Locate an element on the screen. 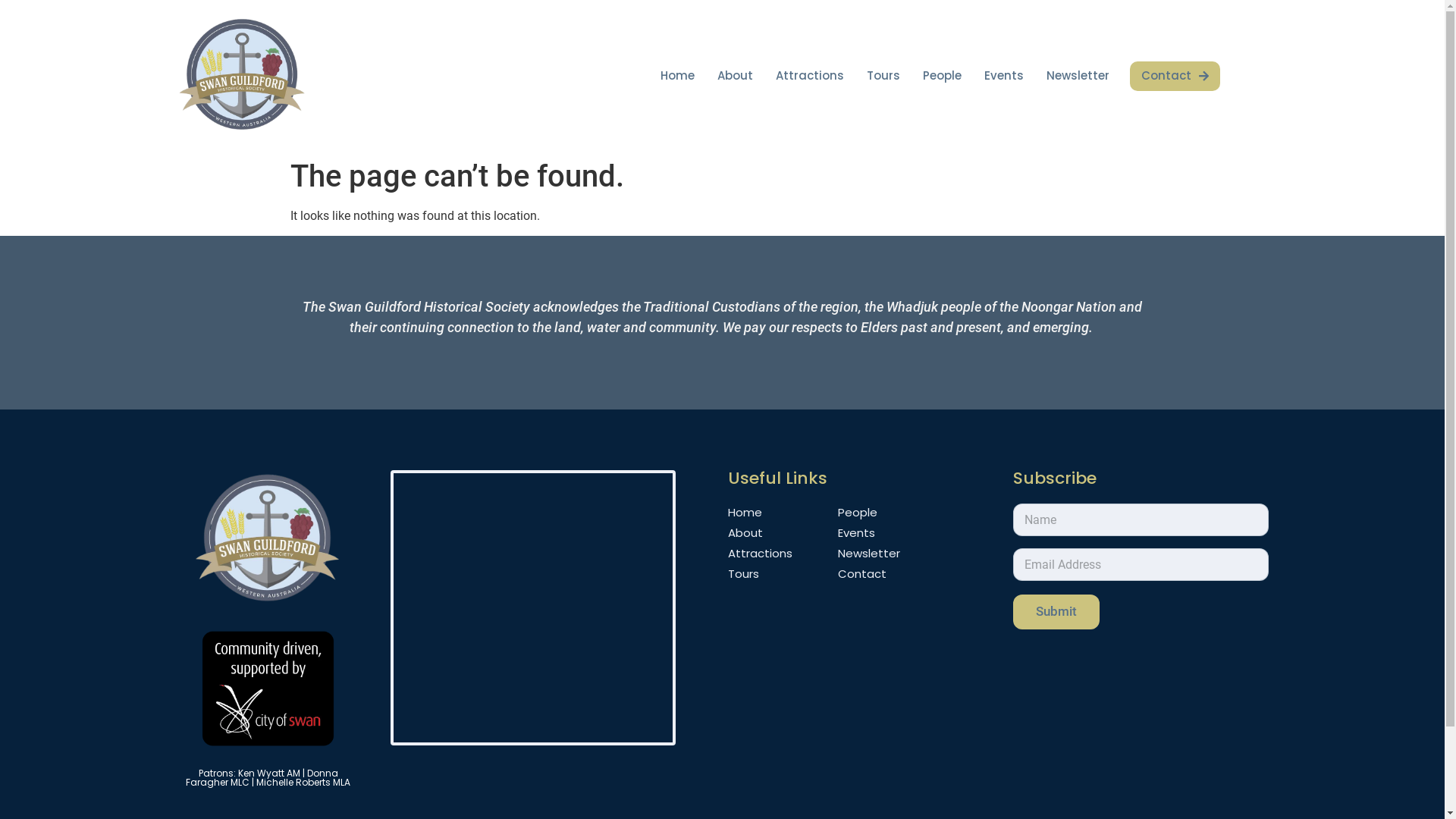  'People' is located at coordinates (869, 512).